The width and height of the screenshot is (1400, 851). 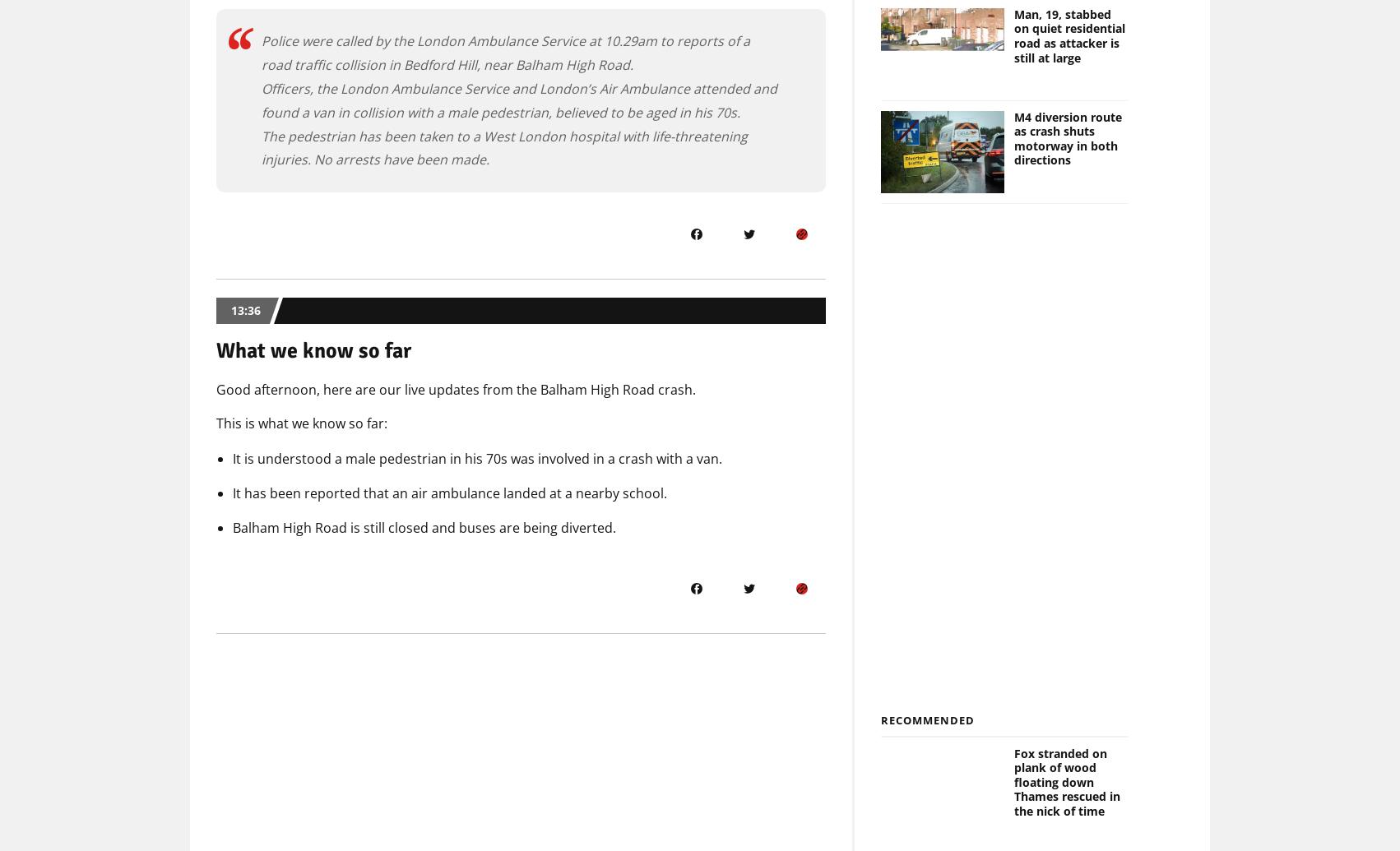 I want to click on 'Fox stranded on plank of wood floating down Thames rescued in the nick of time', so click(x=1065, y=780).